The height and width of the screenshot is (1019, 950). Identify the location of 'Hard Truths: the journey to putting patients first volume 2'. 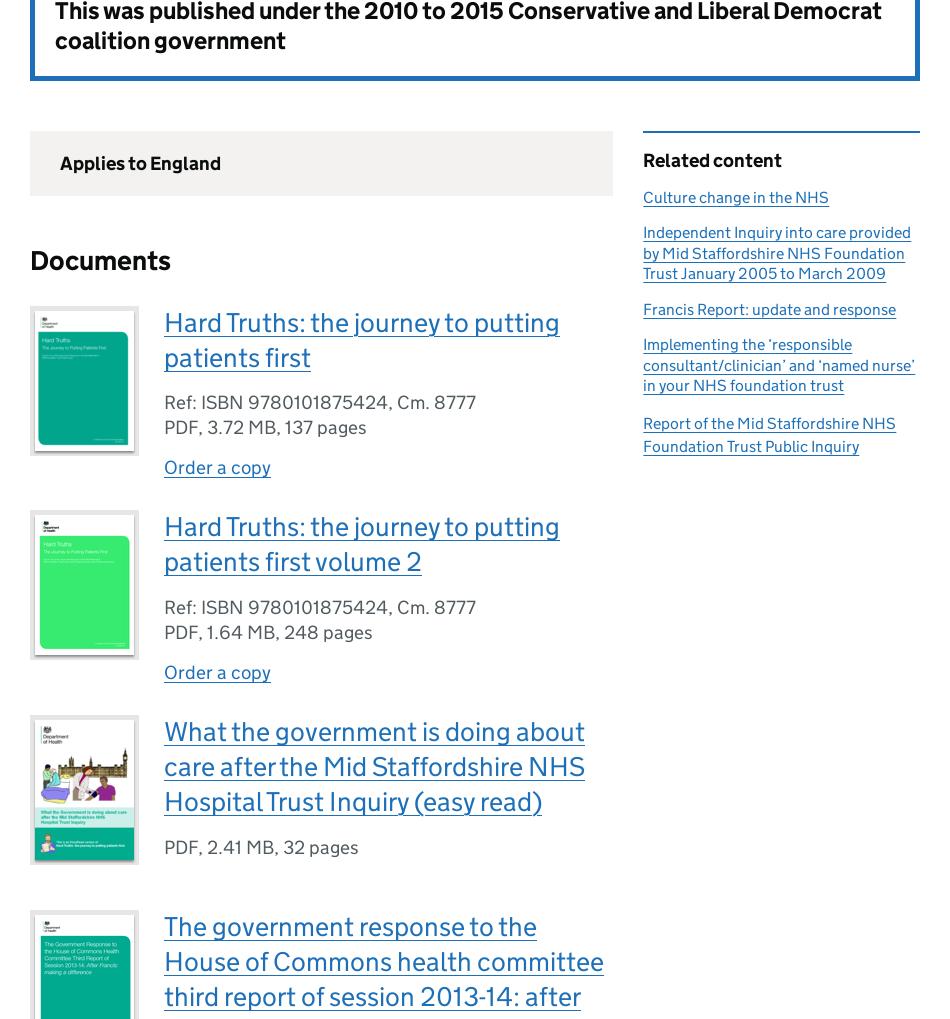
(361, 544).